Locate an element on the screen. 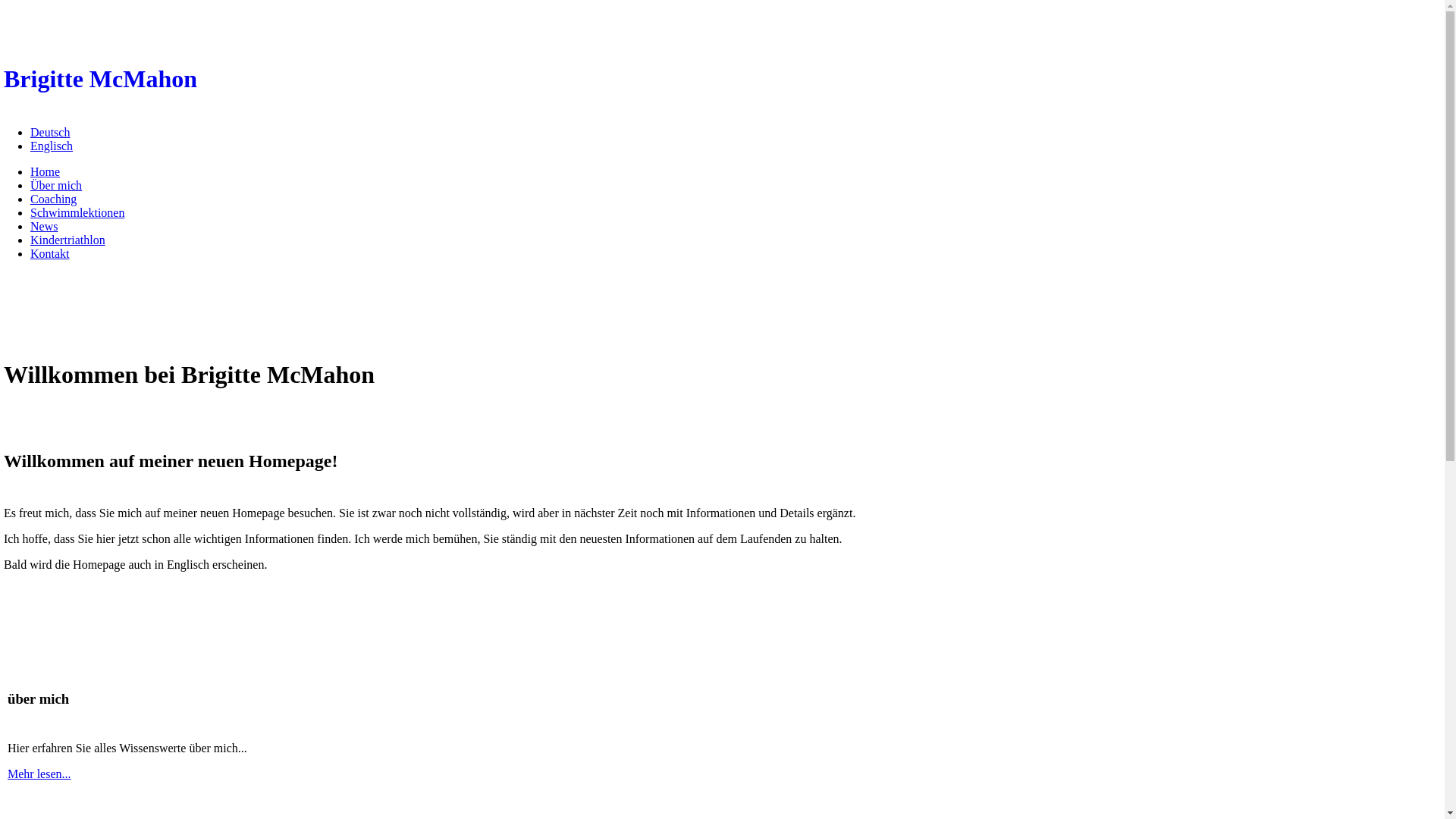 The image size is (1456, 819). 'Kindertriathlon' is located at coordinates (67, 239).